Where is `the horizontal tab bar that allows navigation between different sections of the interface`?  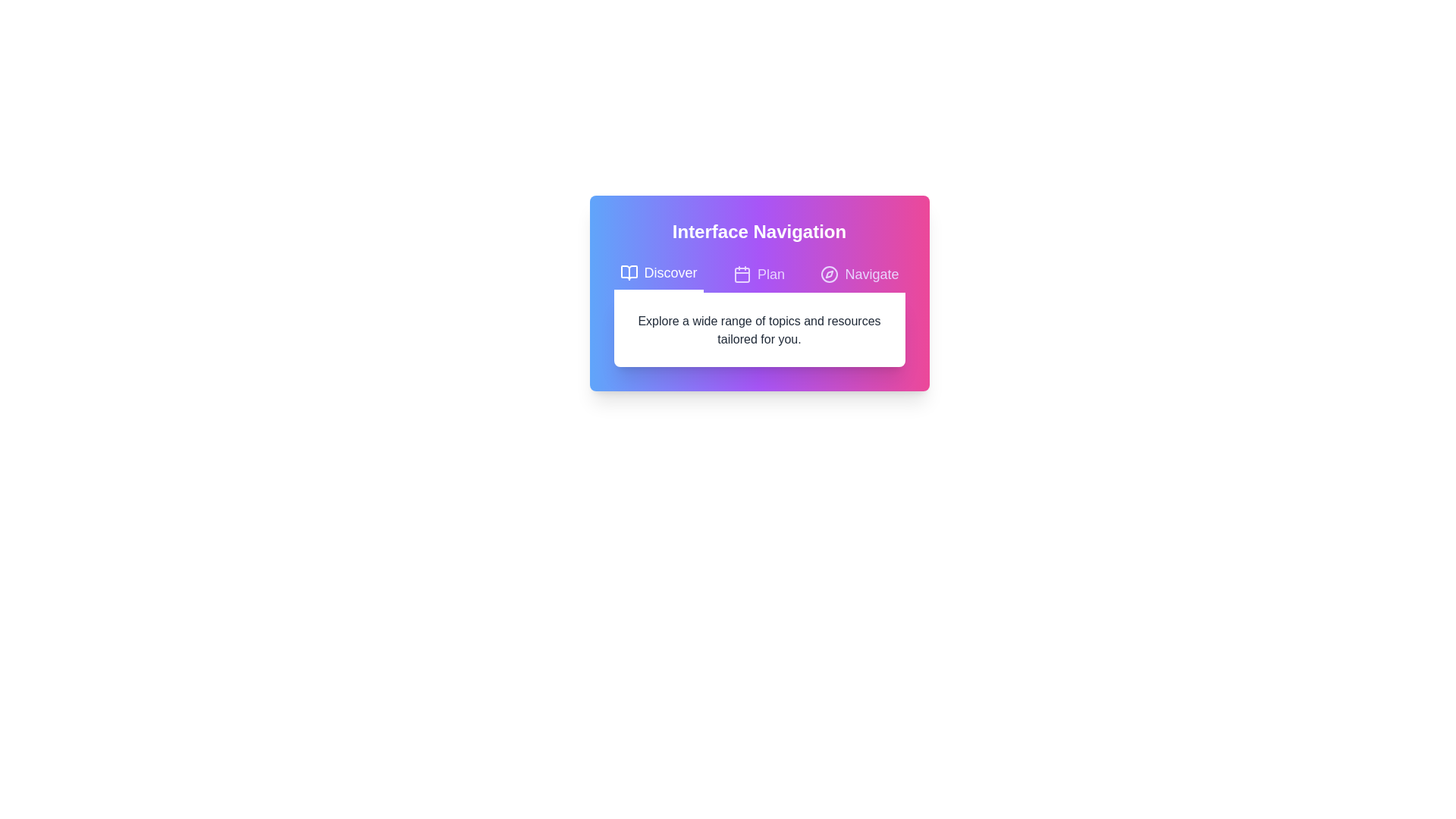
the horizontal tab bar that allows navigation between different sections of the interface is located at coordinates (759, 275).